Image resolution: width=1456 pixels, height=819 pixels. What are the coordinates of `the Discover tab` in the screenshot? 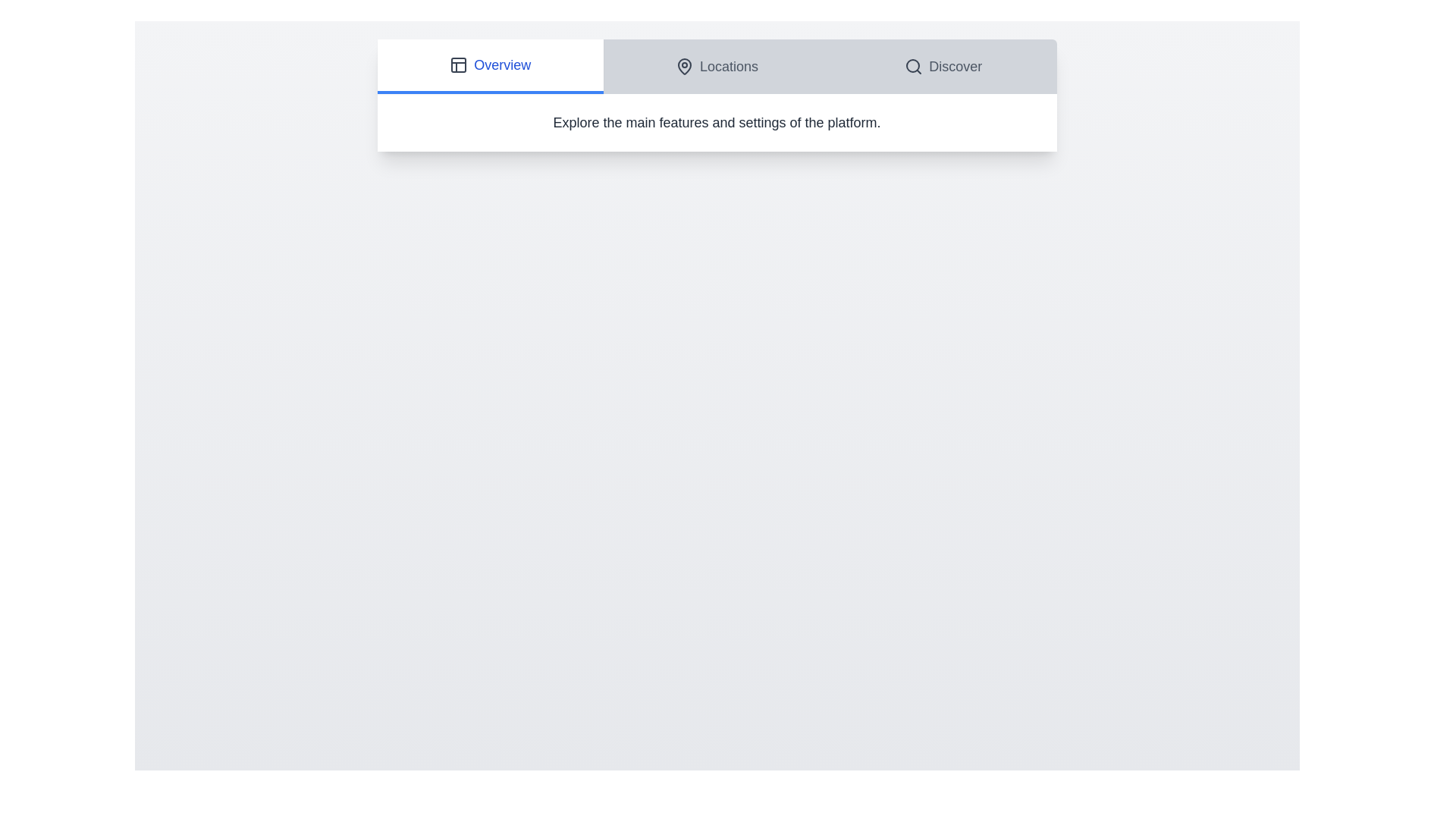 It's located at (943, 66).